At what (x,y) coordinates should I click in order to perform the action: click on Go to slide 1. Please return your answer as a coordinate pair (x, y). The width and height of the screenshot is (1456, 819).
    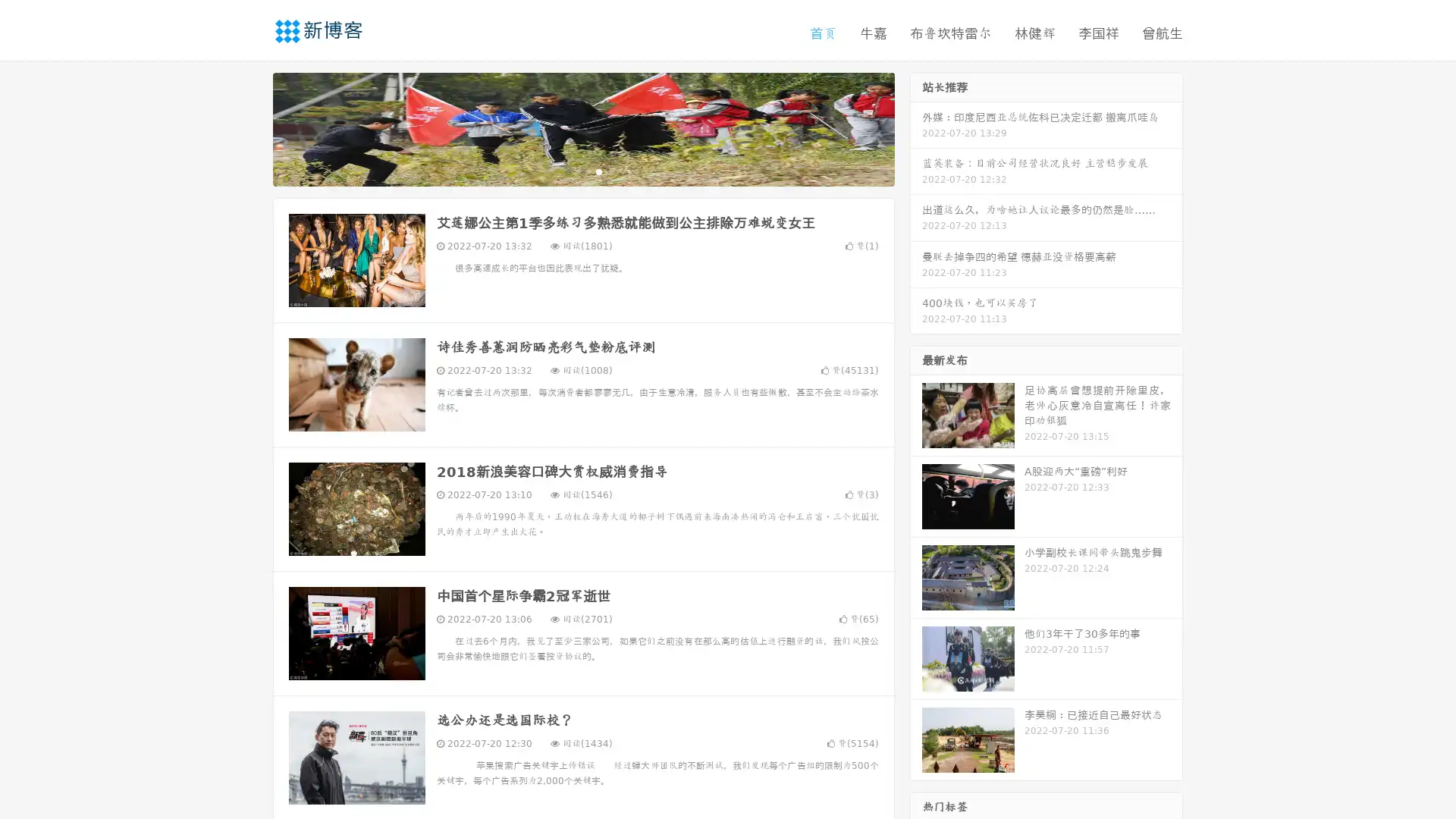
    Looking at the image, I should click on (567, 171).